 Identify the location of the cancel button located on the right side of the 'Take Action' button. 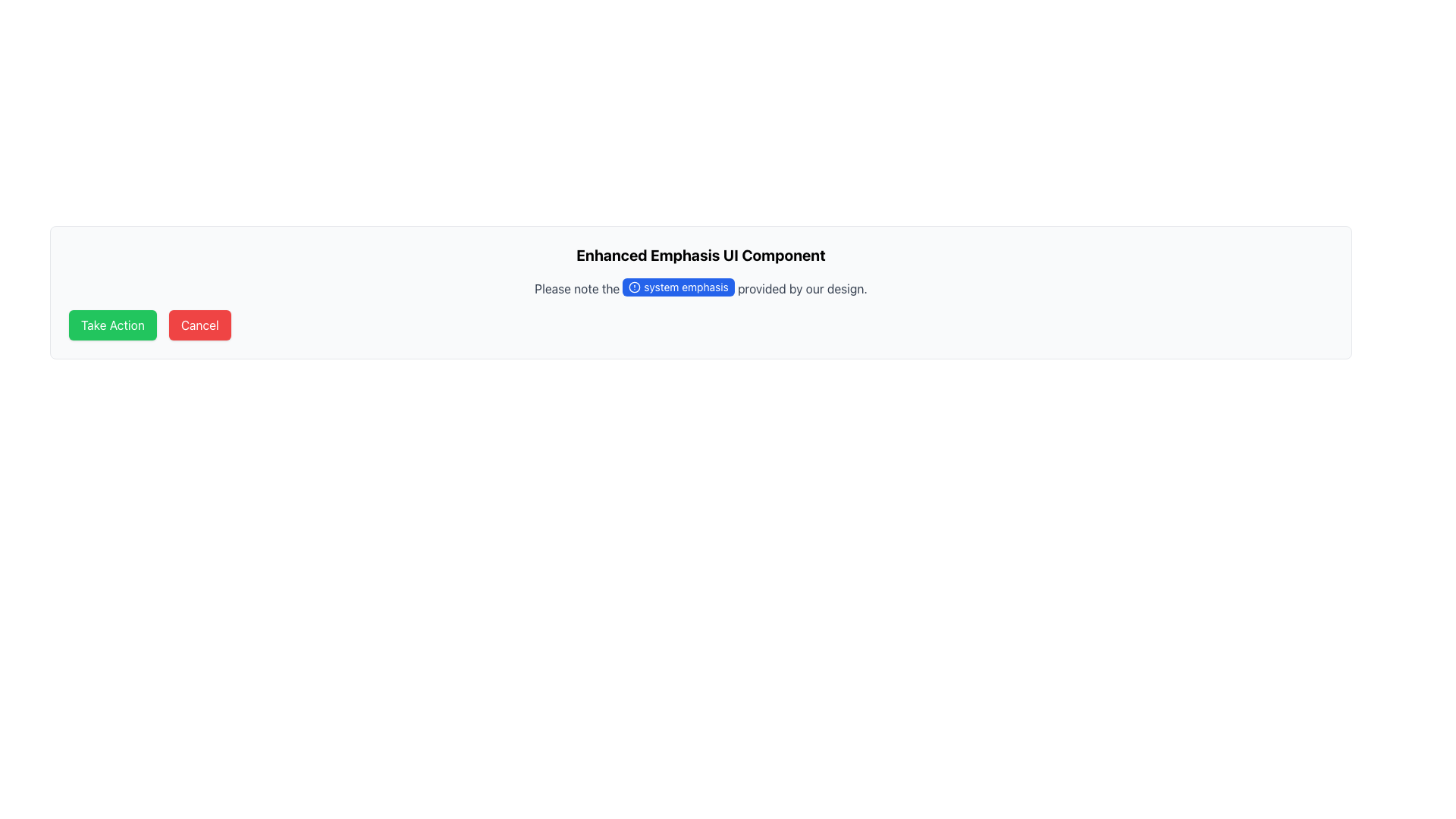
(199, 324).